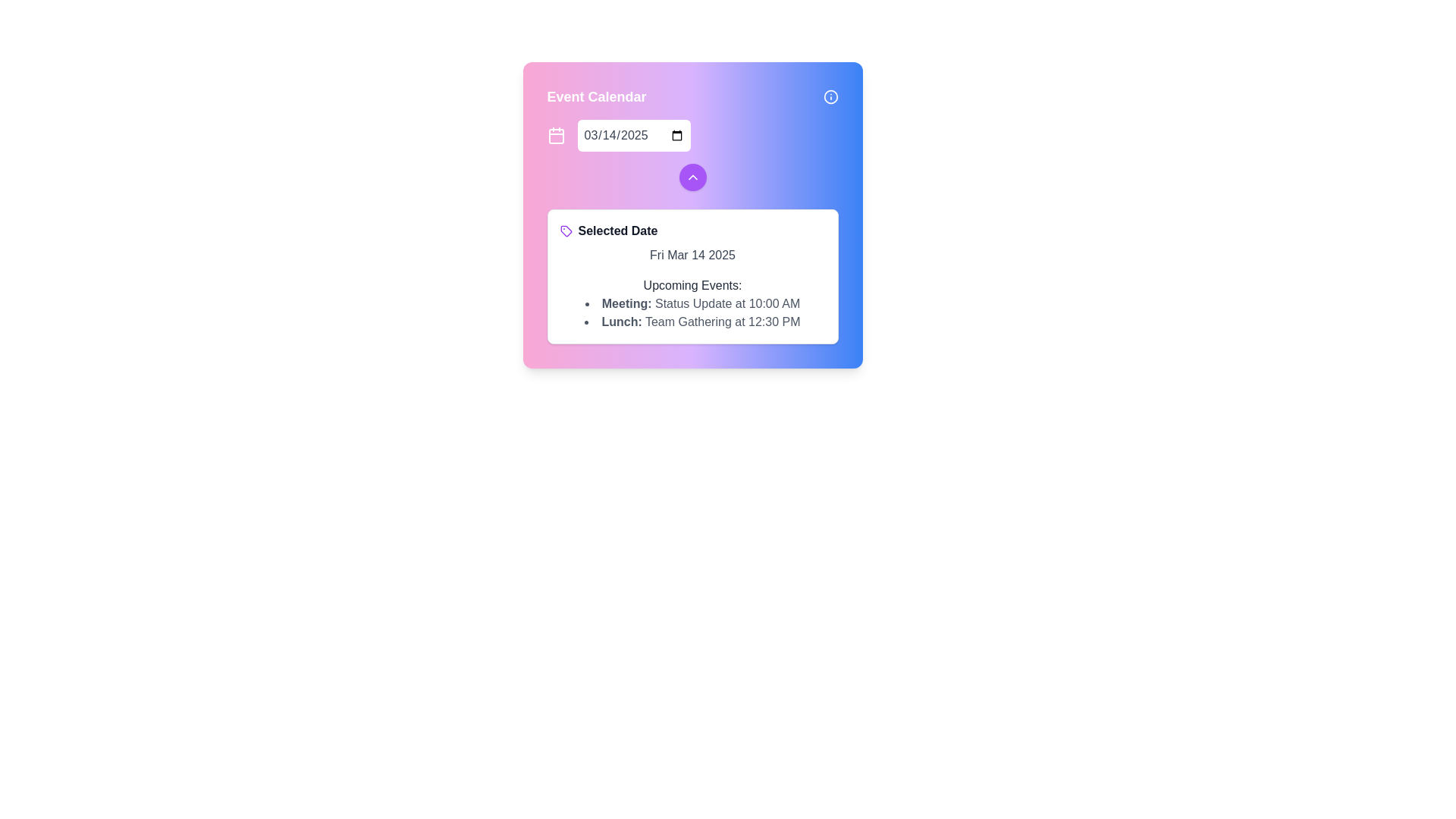 This screenshot has height=819, width=1456. I want to click on the navigation buttons of the Interactive Calendar Widget located below the 'Event Calendar' title and above the event details section, so click(692, 215).